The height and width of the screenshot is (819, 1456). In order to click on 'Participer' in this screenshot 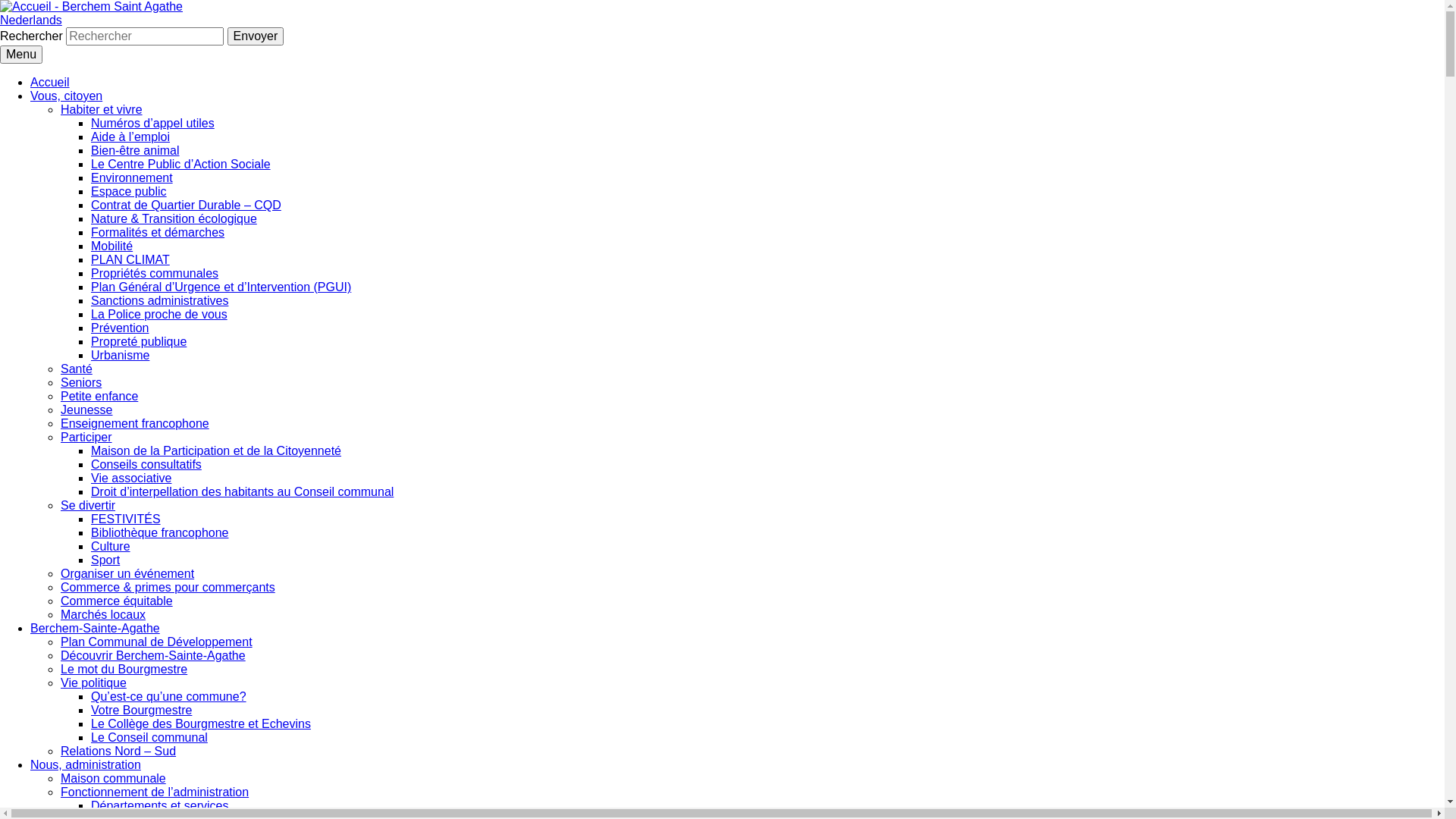, I will do `click(61, 437)`.